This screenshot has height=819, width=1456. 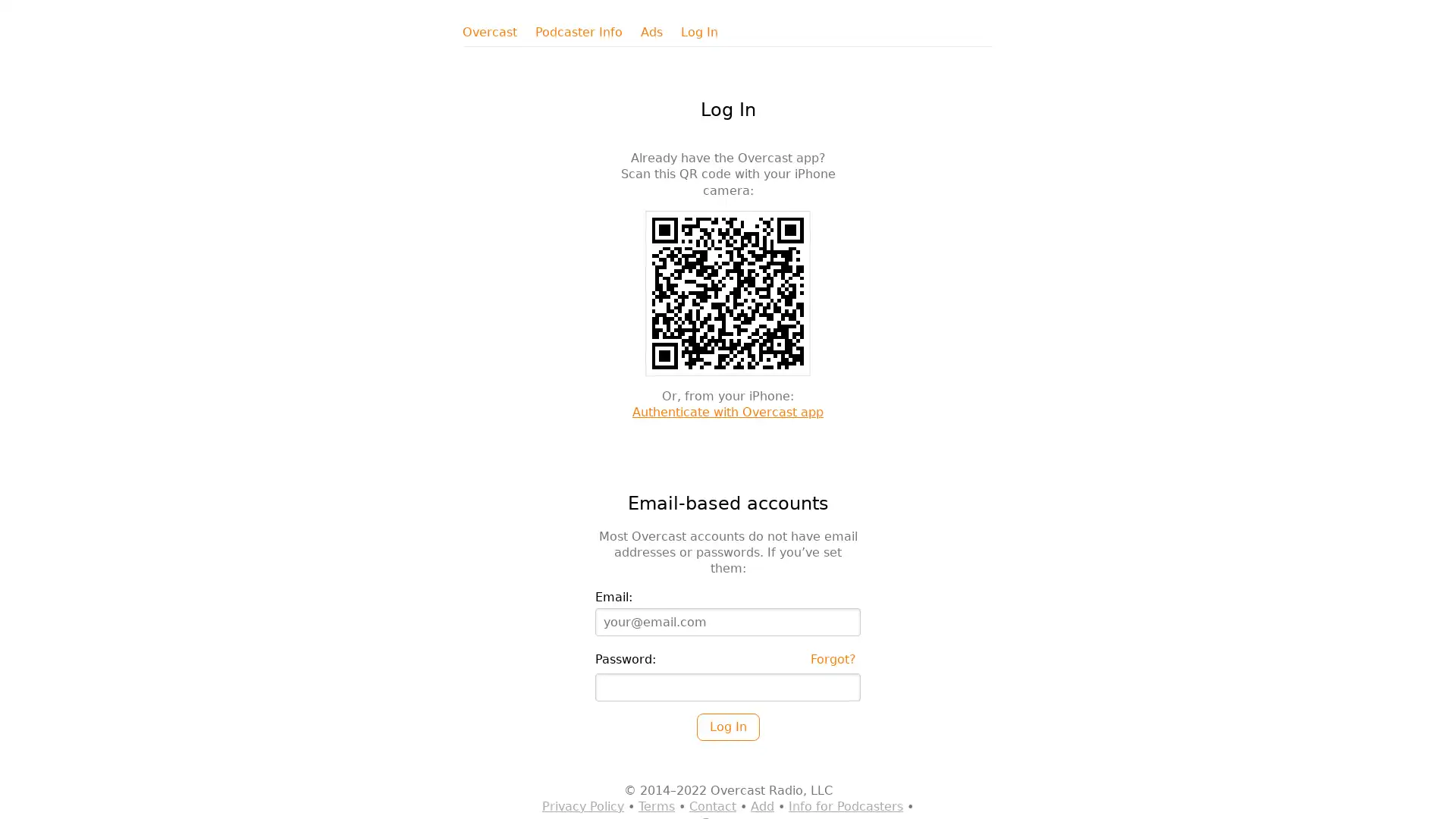 What do you see at coordinates (726, 726) in the screenshot?
I see `Log In` at bounding box center [726, 726].